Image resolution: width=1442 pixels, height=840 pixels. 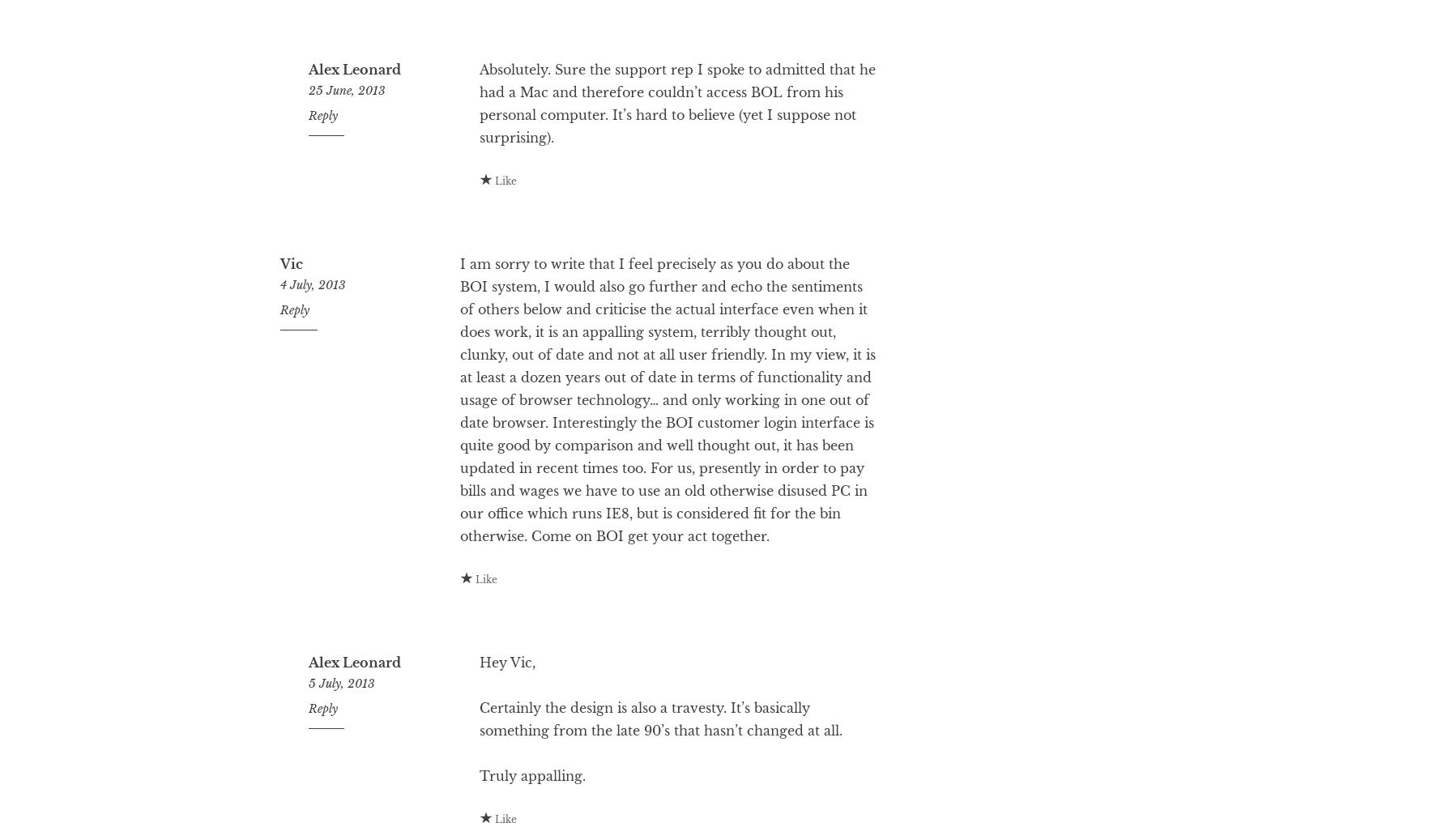 I want to click on 'Absolutely. Sure the support rep I spoke to admitted that he had a Mac and therefore couldn’t access BOL from his personal computer. It’s hard to believe (yet I suppose not surprising).', so click(x=479, y=168).